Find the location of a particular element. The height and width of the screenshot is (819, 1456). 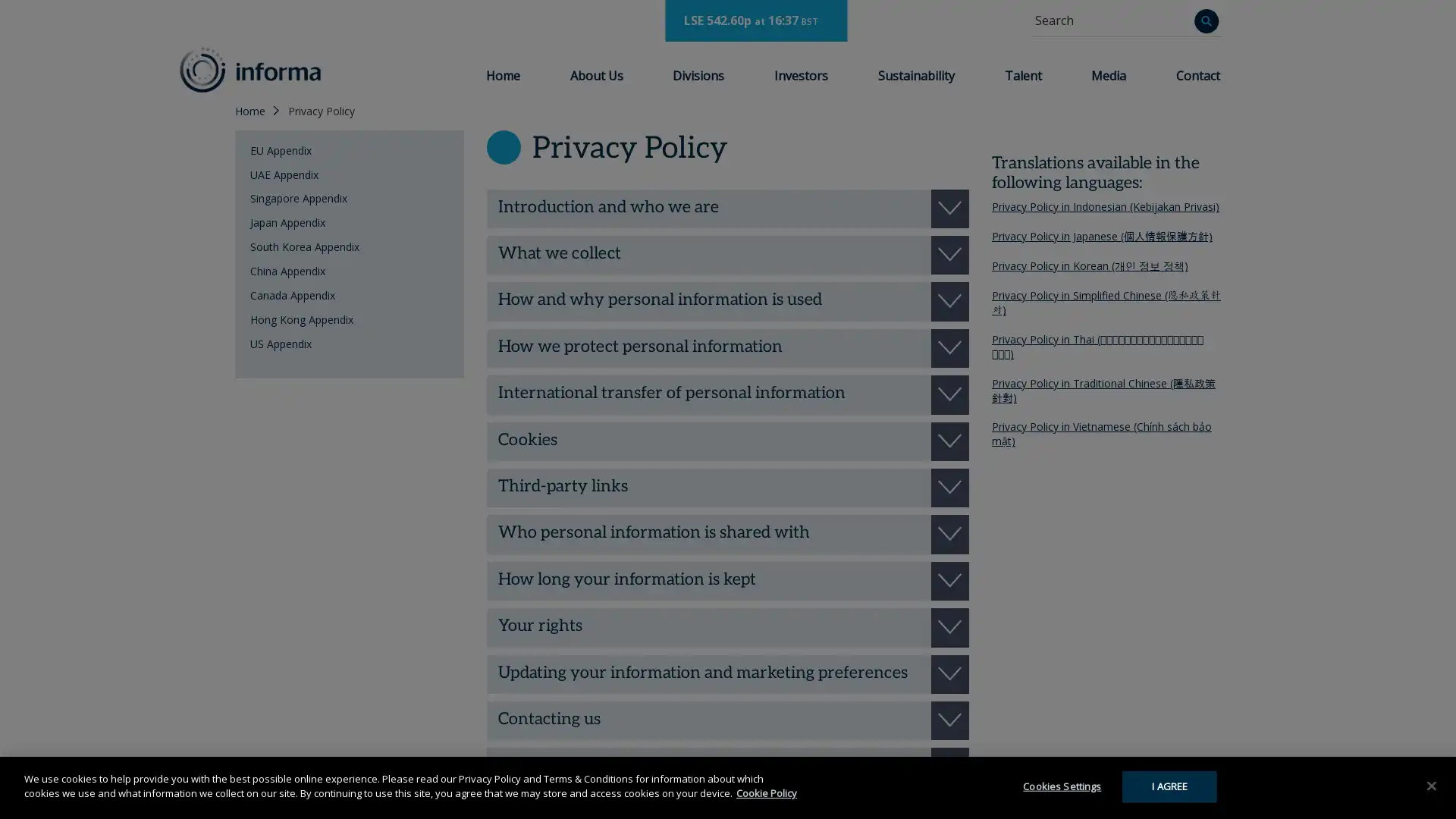

Close is located at coordinates (1430, 785).